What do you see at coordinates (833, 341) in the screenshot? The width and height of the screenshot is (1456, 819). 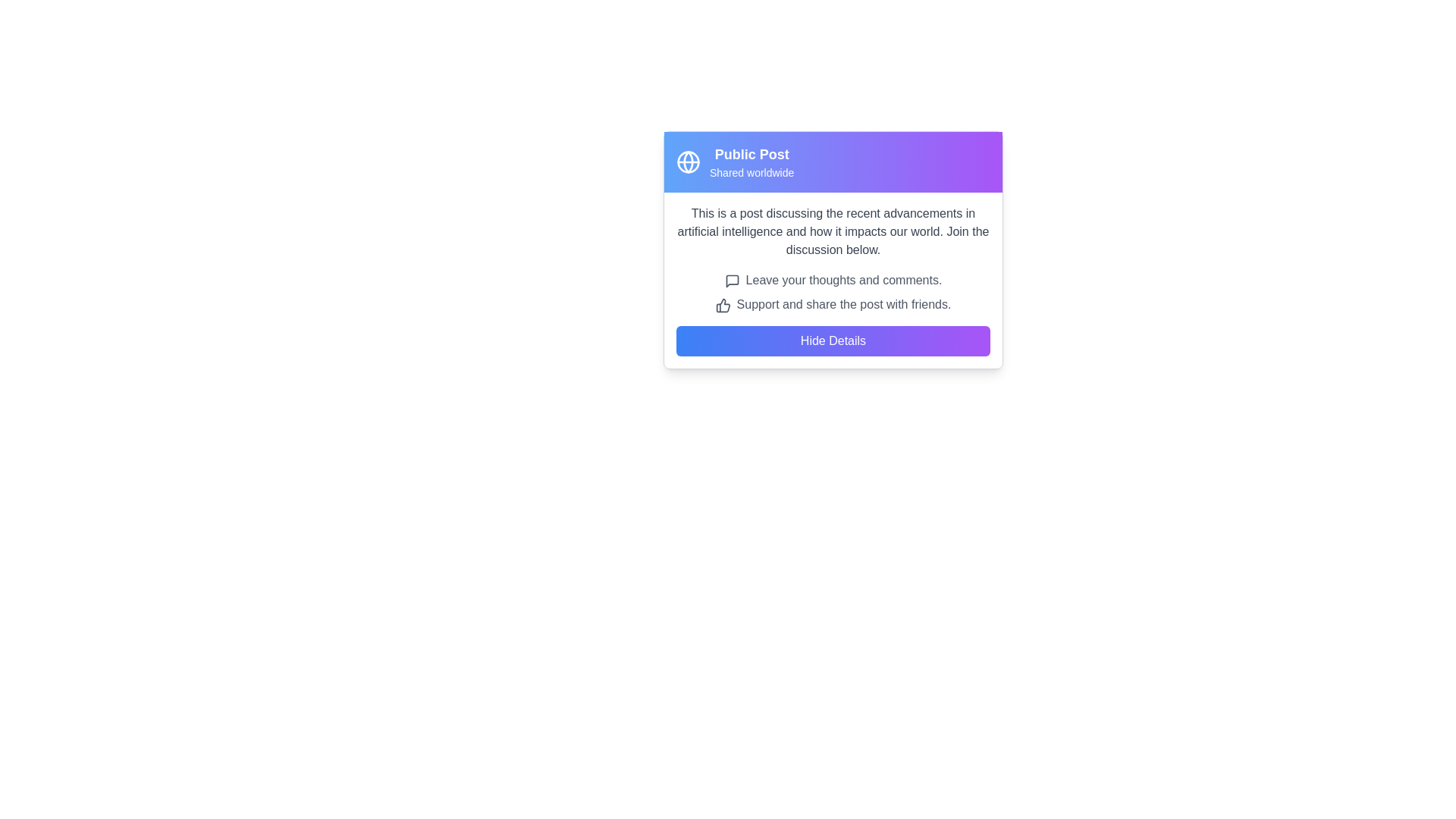 I see `the button designed to collapse or hide the details of the post, located below the content text 'Support and share the post with friends.'` at bounding box center [833, 341].